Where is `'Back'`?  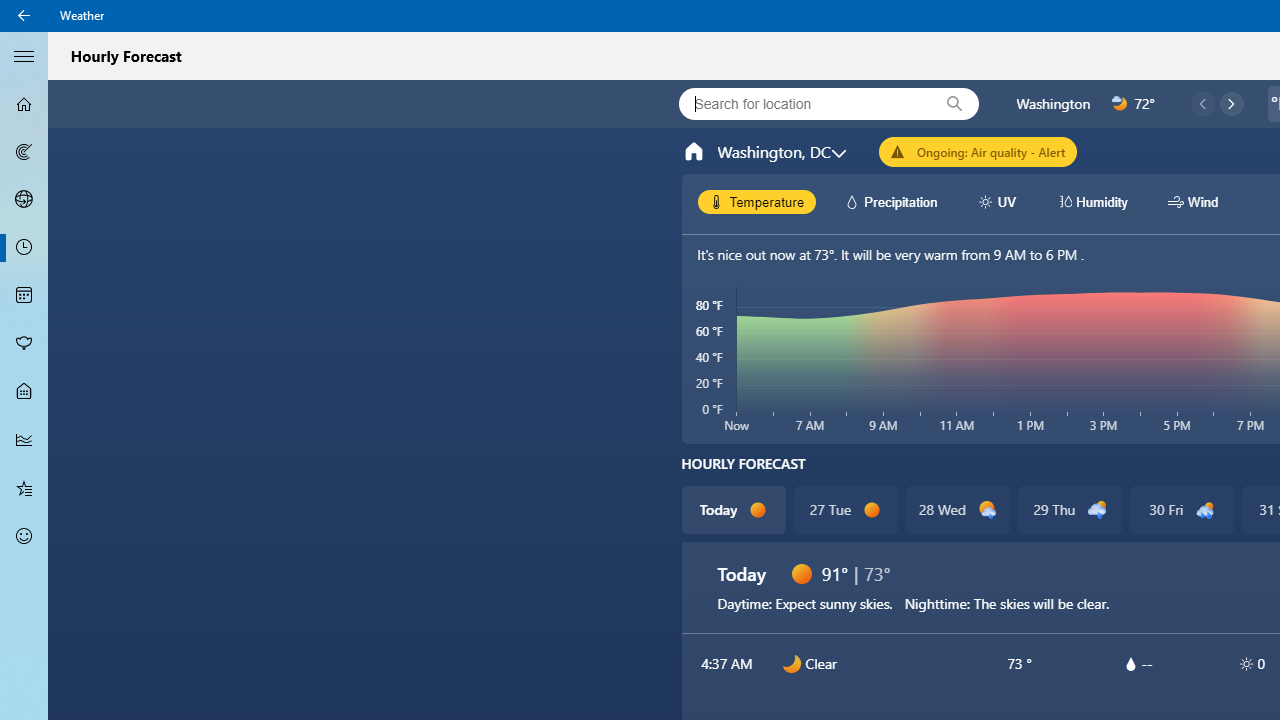
'Back' is located at coordinates (24, 15).